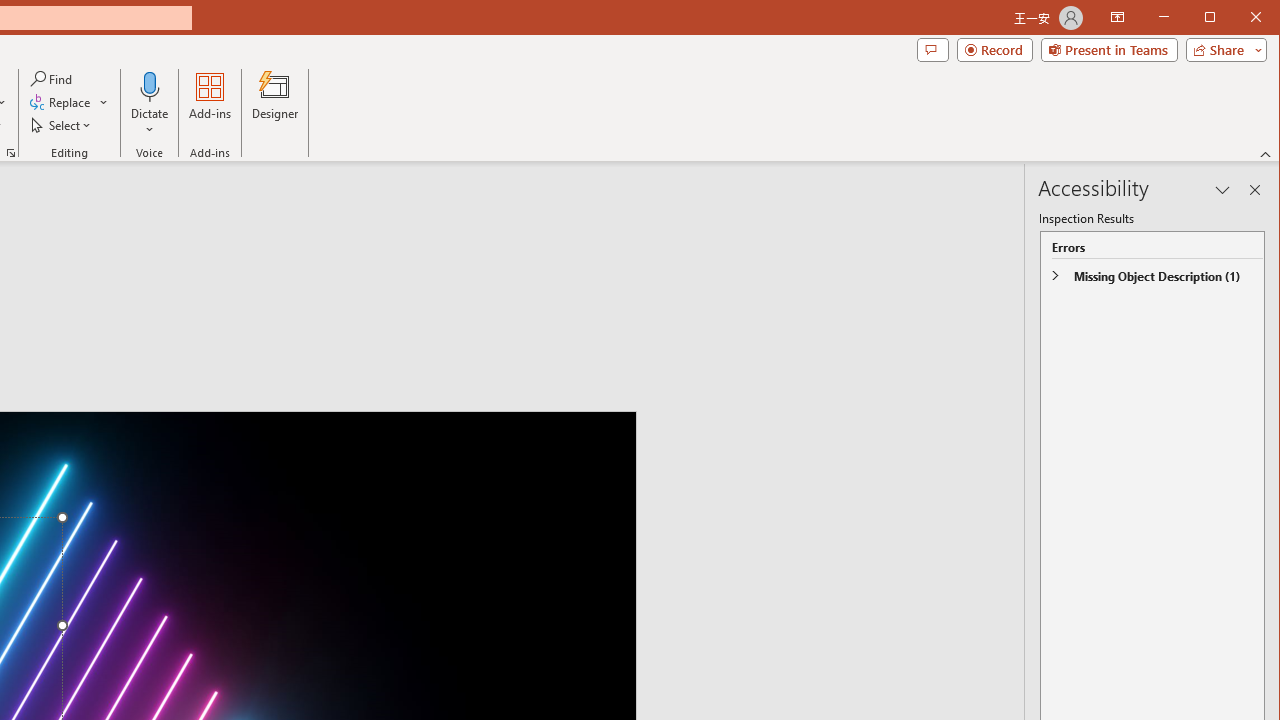 Image resolution: width=1280 pixels, height=720 pixels. Describe the element at coordinates (62, 125) in the screenshot. I see `'Select'` at that location.